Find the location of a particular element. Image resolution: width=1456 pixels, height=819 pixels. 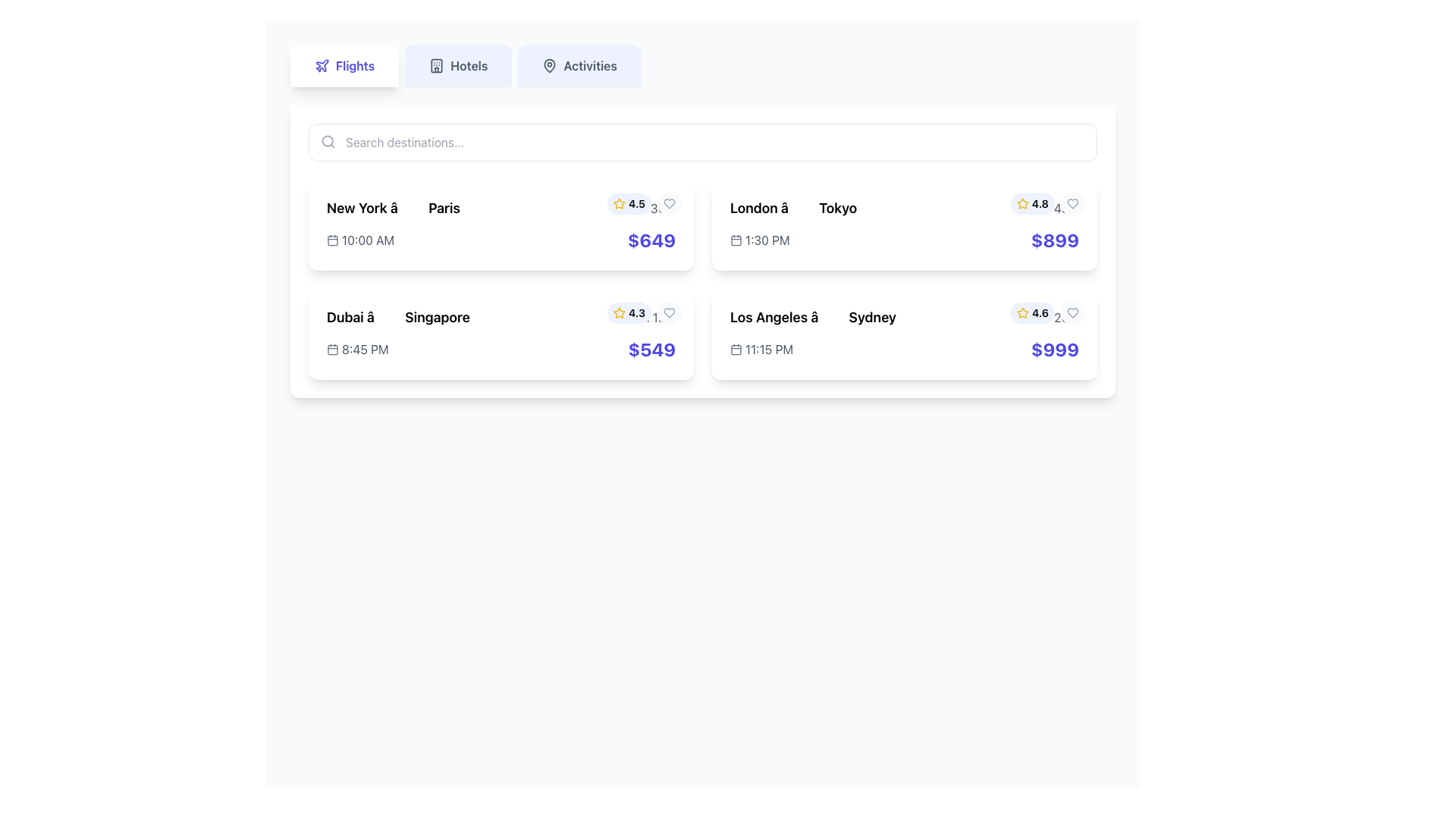

the star icon with a yellow fill, located to the left of the text '4.6' in the bottom-right card is located at coordinates (1022, 312).